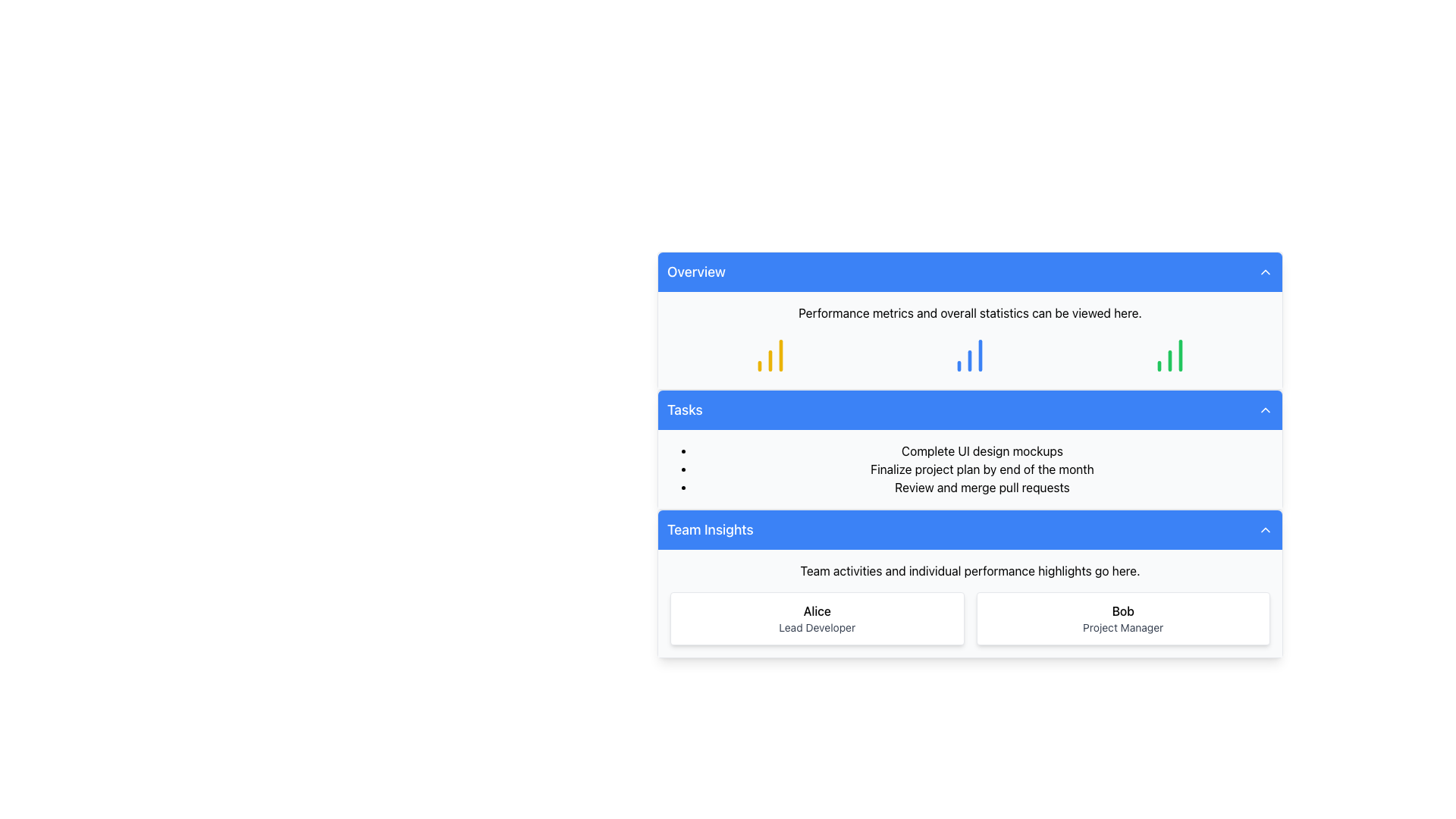 The image size is (1456, 819). What do you see at coordinates (1169, 356) in the screenshot?
I see `the last bar chart icon in the 'Overview' section that visually represents an increasing trend in data` at bounding box center [1169, 356].